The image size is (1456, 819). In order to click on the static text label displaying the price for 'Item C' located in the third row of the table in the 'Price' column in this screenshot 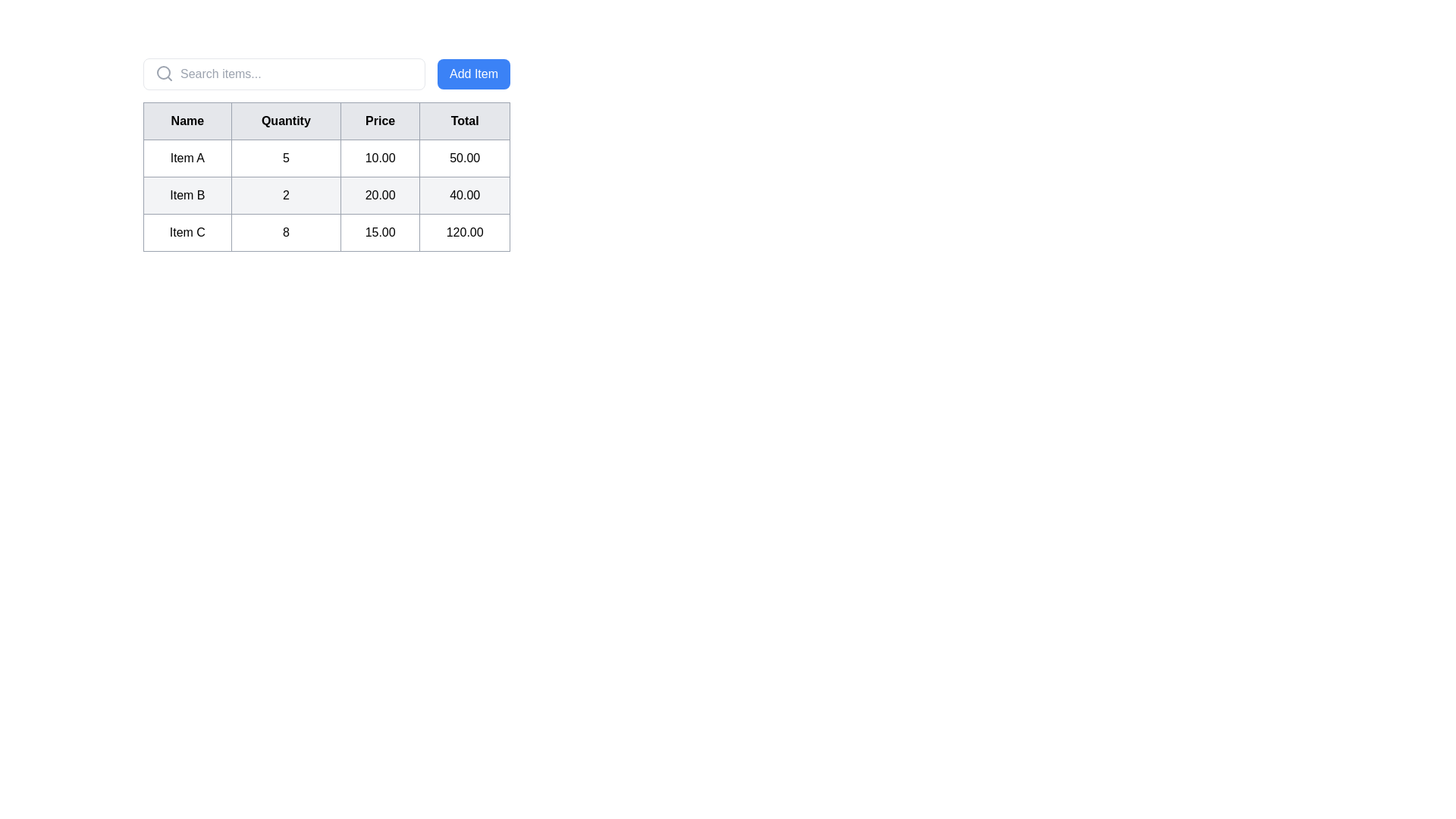, I will do `click(380, 233)`.